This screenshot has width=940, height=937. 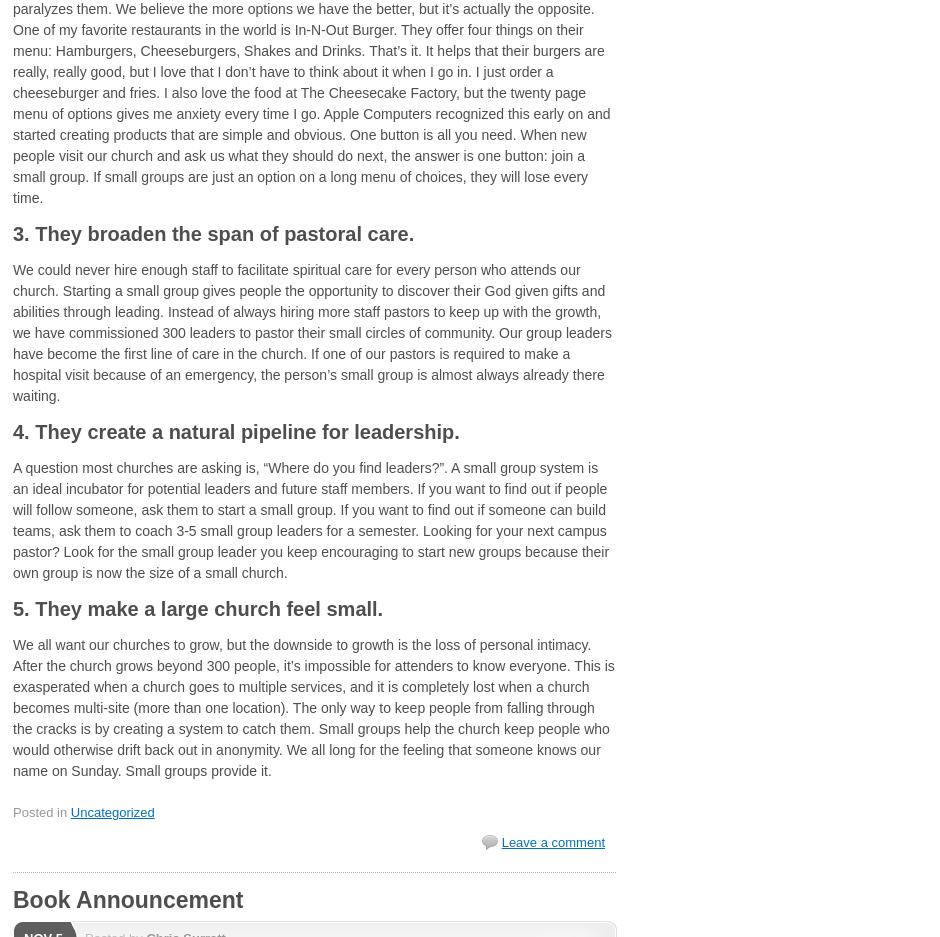 What do you see at coordinates (40, 811) in the screenshot?
I see `'Posted in'` at bounding box center [40, 811].